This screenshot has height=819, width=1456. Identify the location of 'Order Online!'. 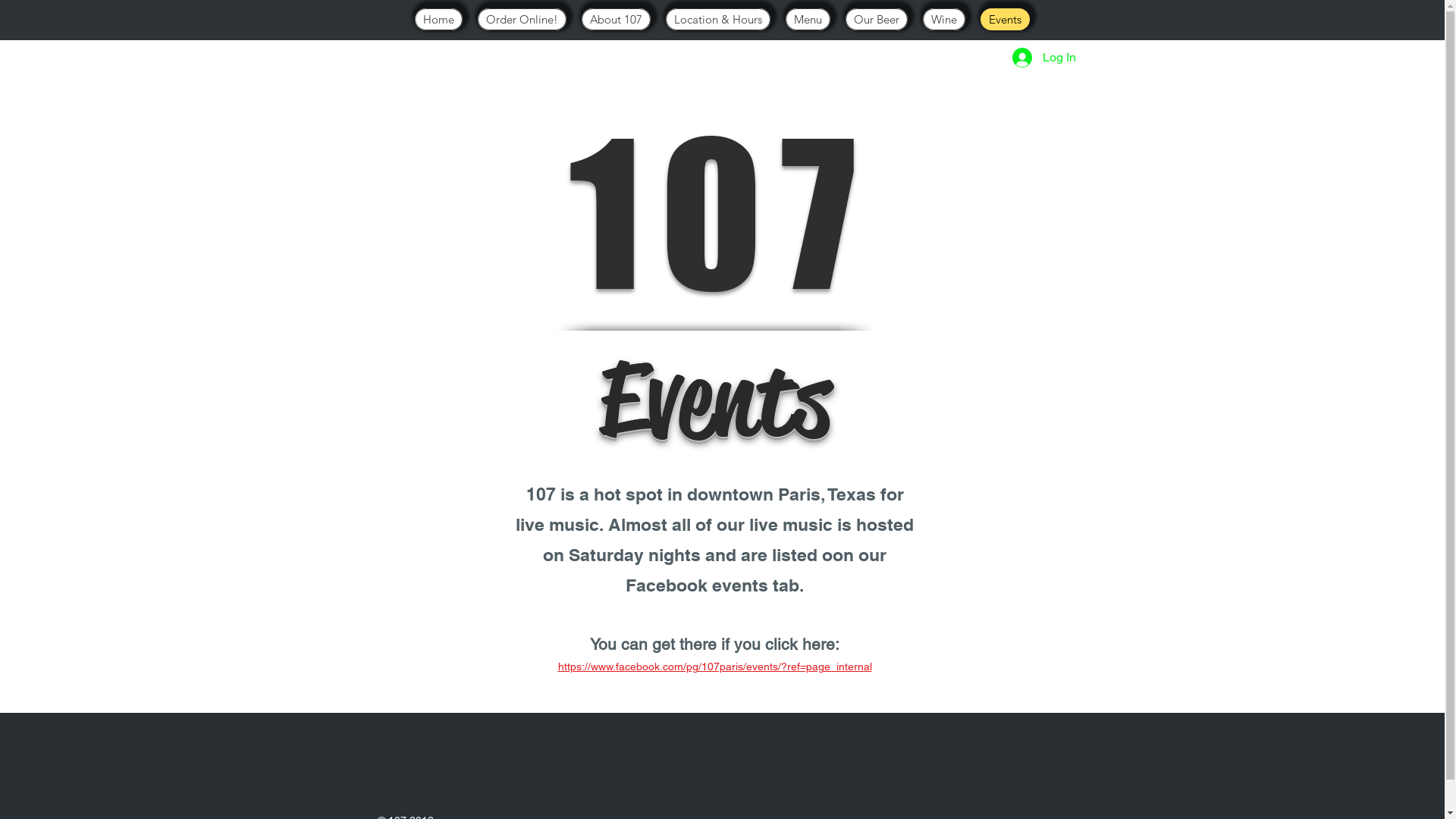
(522, 19).